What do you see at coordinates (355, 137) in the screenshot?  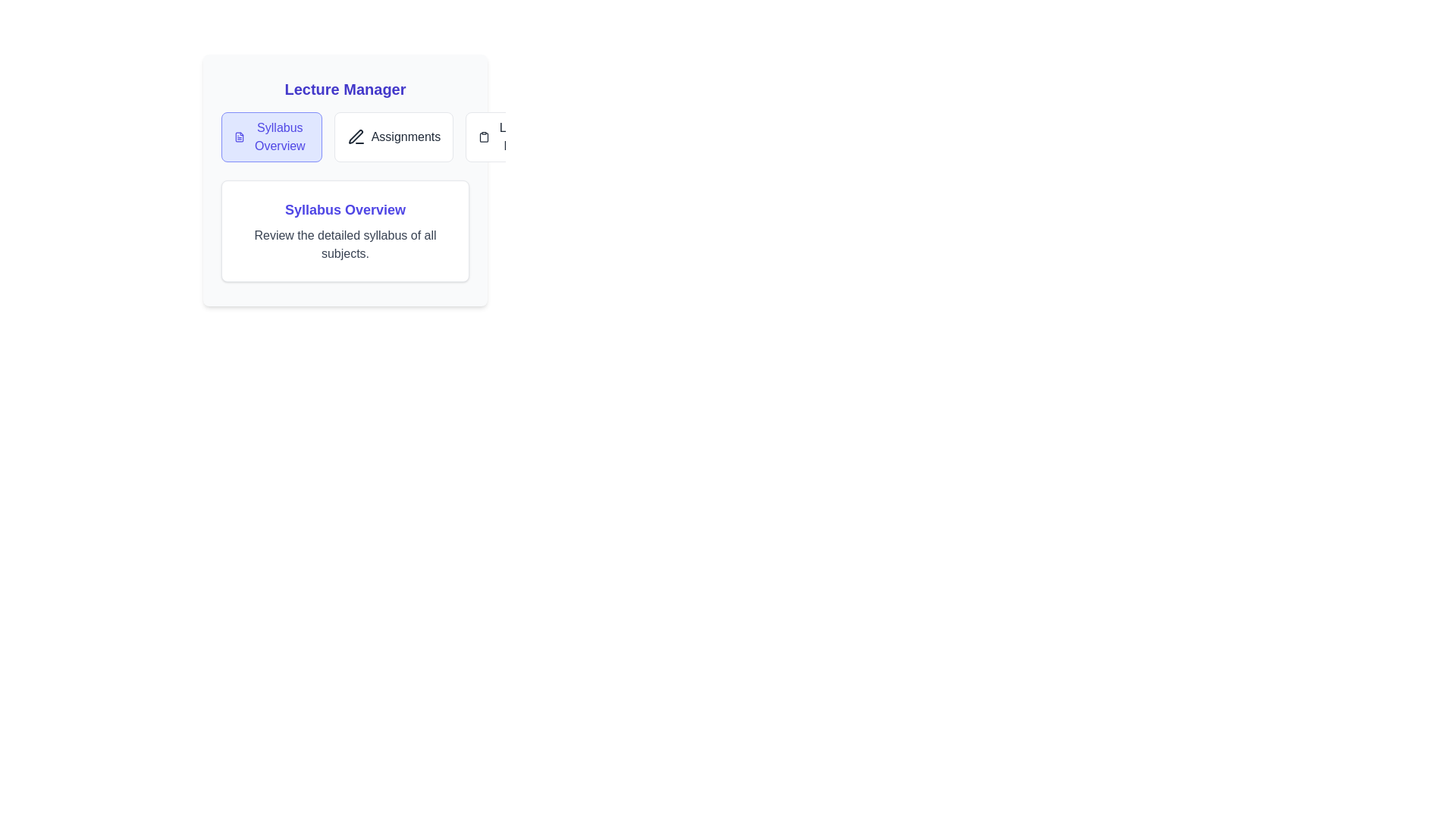 I see `the pen icon representing a writing tool located to the left of the 'Assignments' label in the Lecture Manager interface` at bounding box center [355, 137].